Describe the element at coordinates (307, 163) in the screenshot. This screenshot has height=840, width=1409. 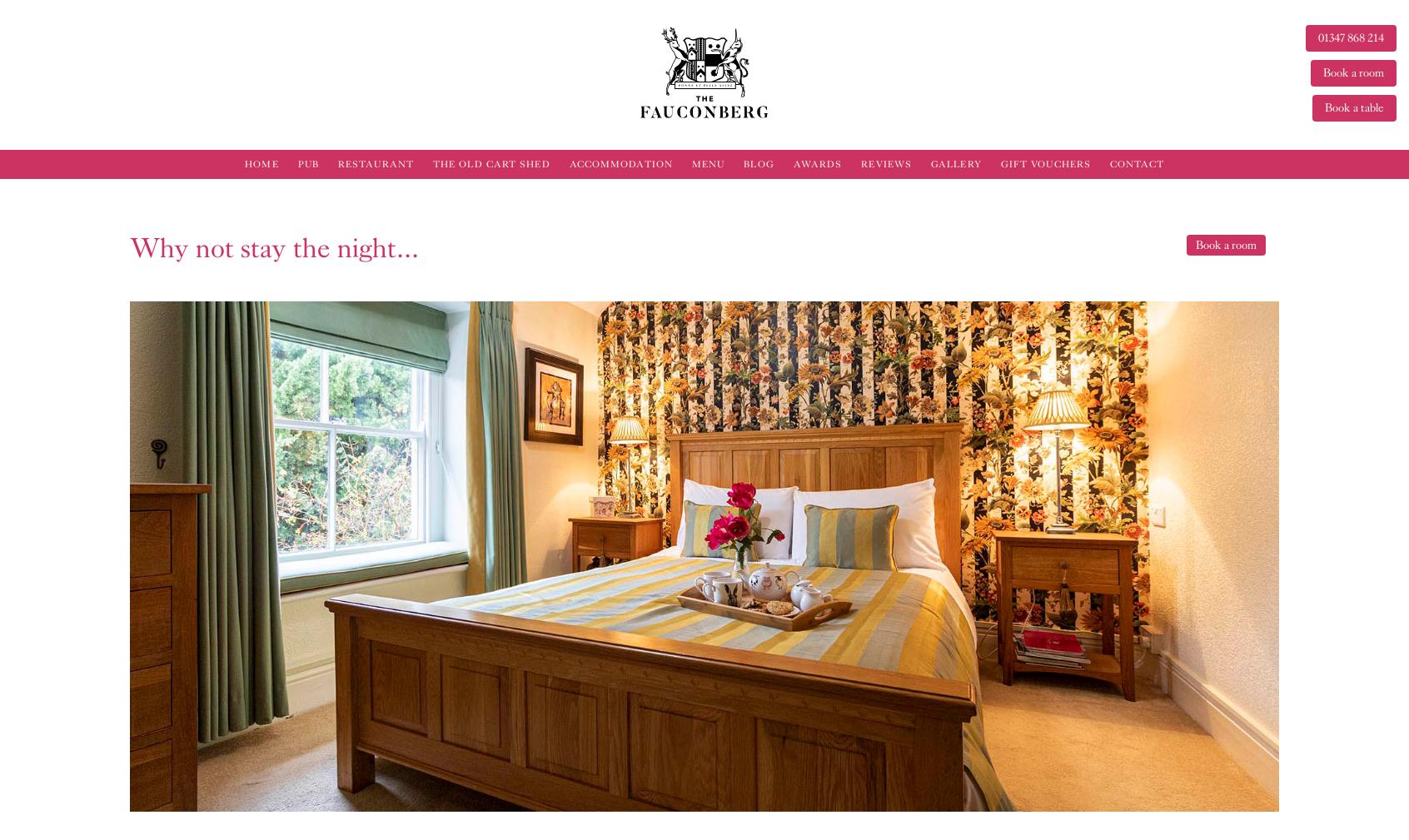
I see `'Pub'` at that location.